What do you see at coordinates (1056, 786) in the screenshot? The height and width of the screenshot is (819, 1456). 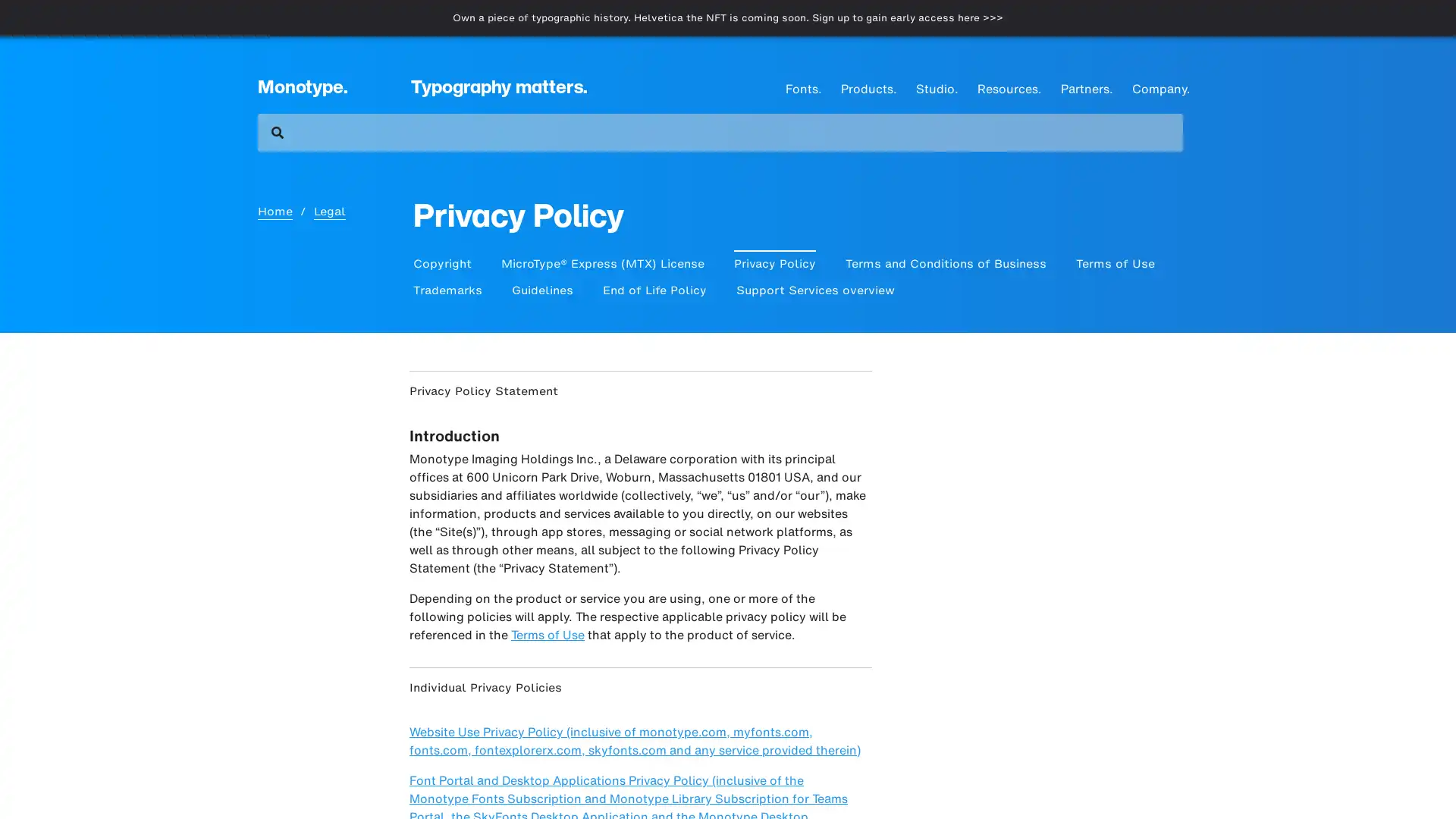 I see `Cookies Settings` at bounding box center [1056, 786].